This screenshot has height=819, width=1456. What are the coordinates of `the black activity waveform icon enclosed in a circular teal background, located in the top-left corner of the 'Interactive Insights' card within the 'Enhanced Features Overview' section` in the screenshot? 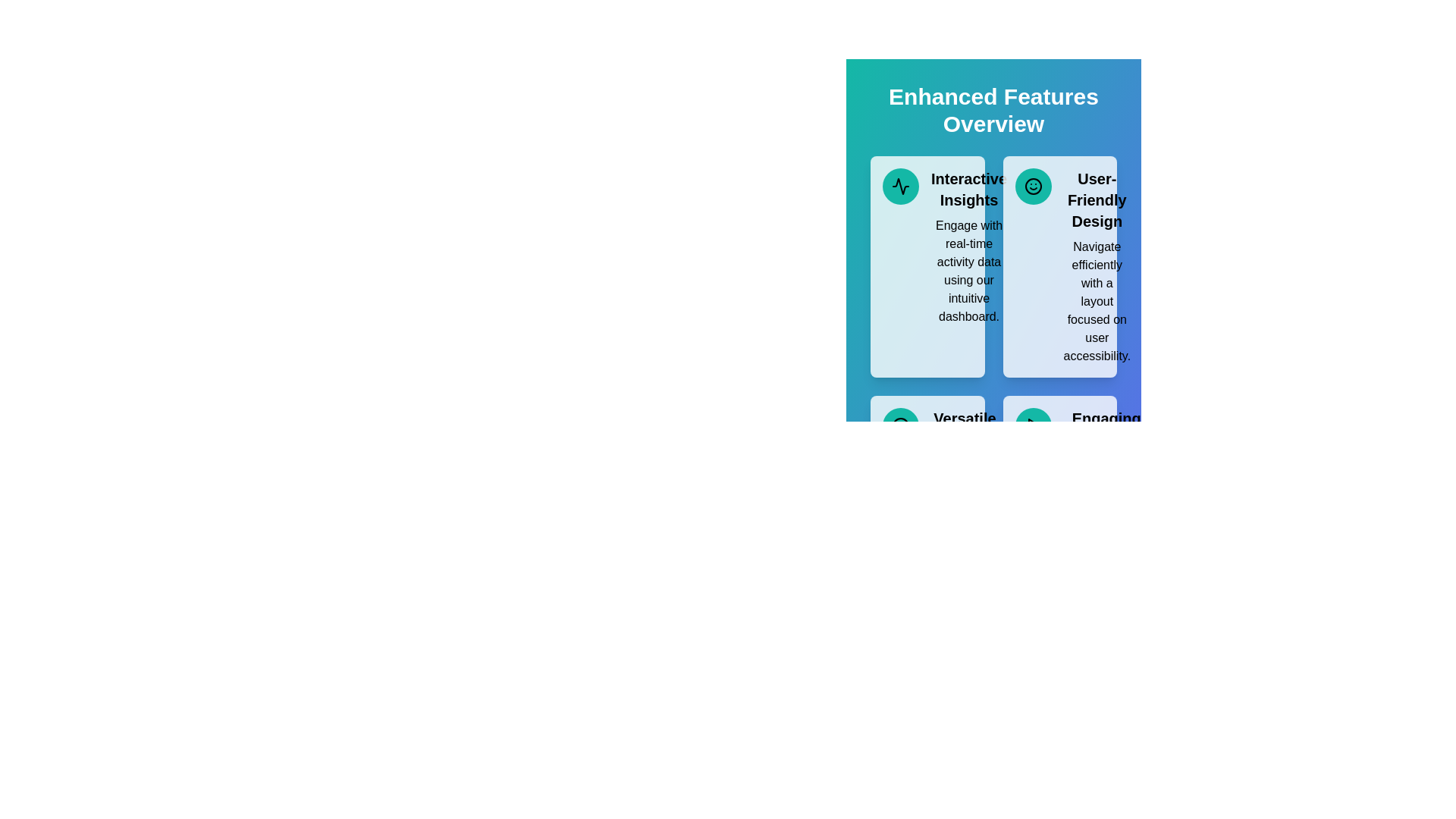 It's located at (901, 186).